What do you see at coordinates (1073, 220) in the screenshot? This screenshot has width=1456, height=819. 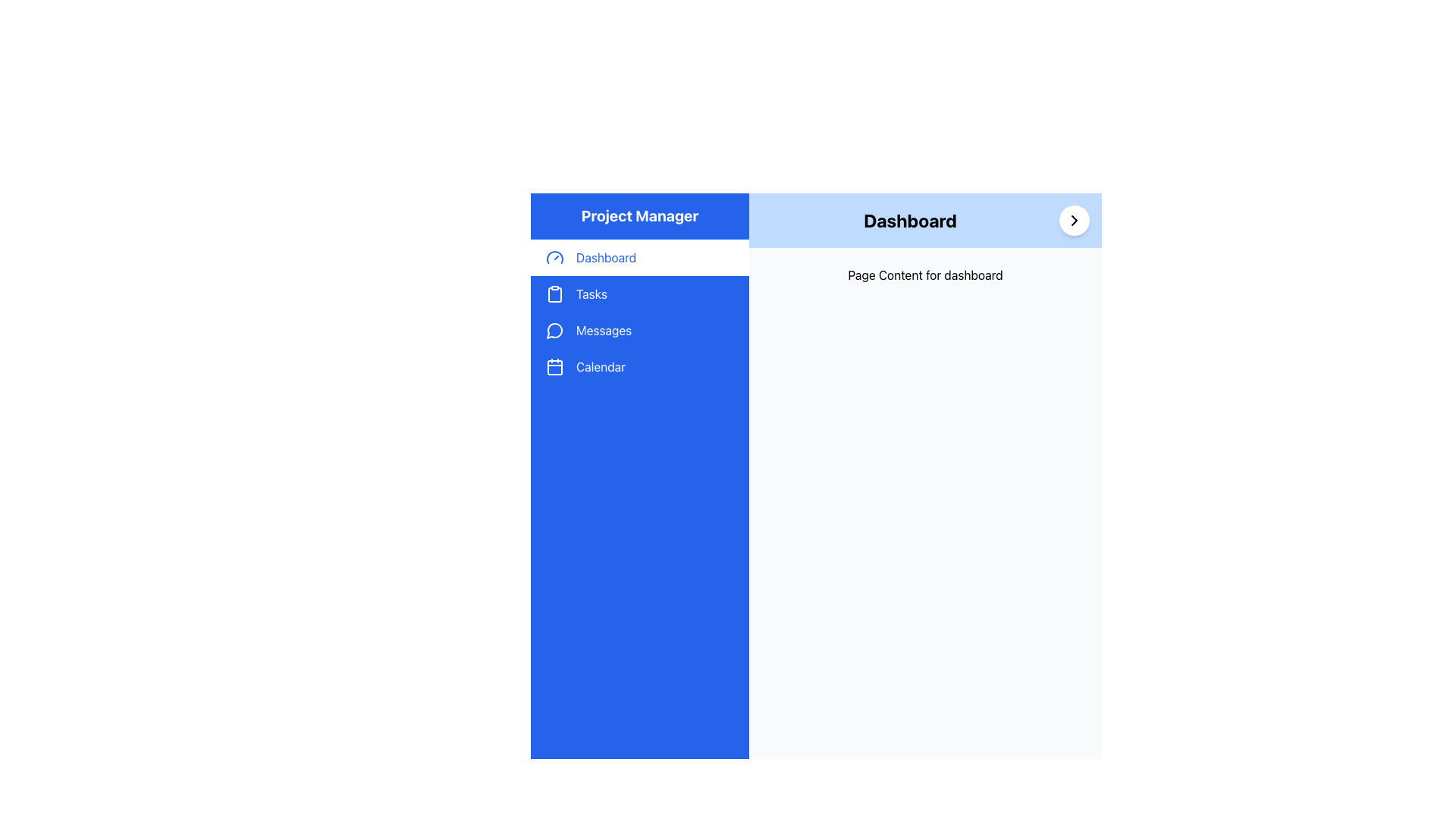 I see `the right-facing chevron arrow SVG icon located within the circular white button on the top-right corner of the blue header labeled 'Dashboard'` at bounding box center [1073, 220].